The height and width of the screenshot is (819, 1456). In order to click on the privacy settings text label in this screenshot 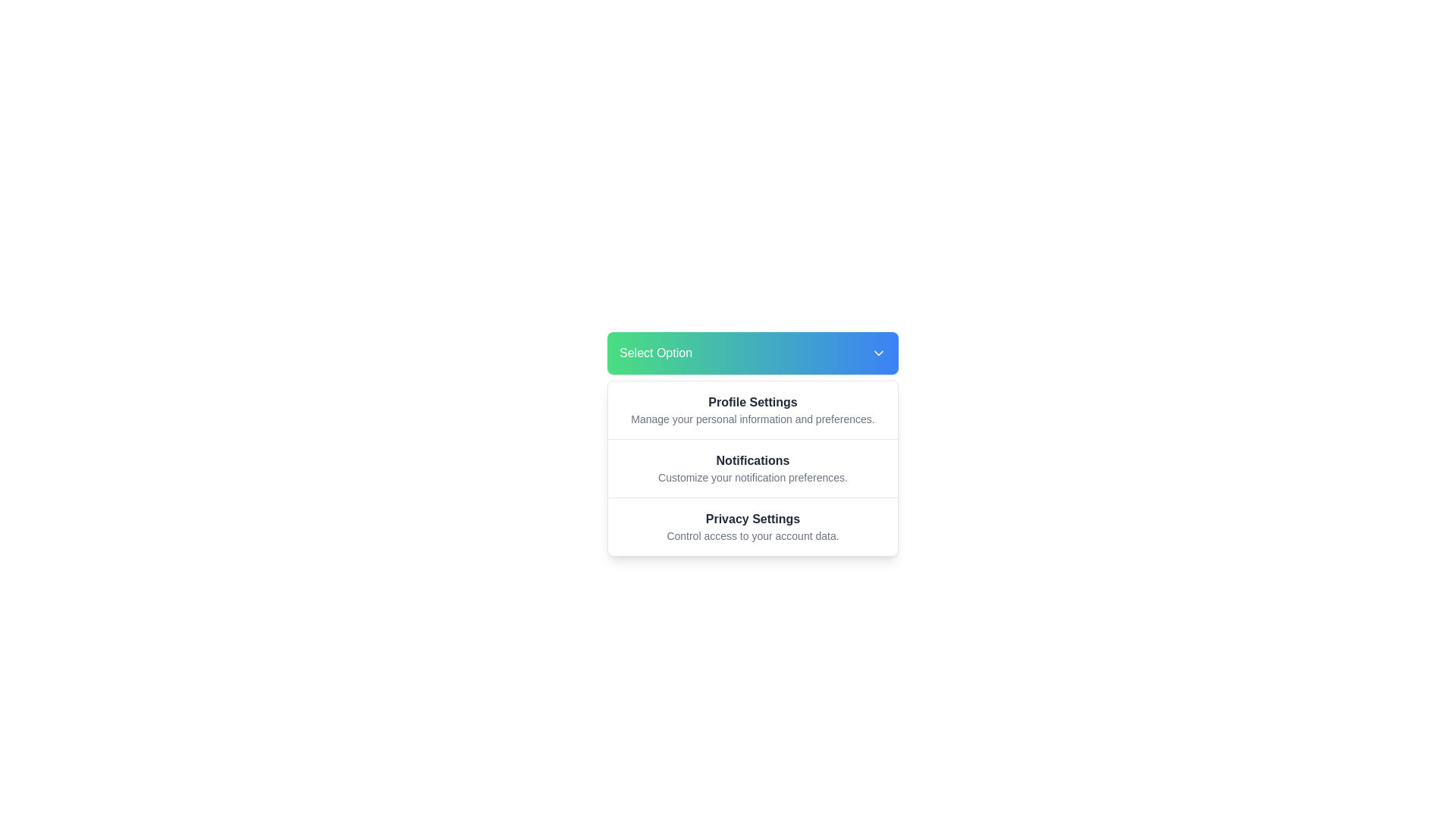, I will do `click(753, 519)`.